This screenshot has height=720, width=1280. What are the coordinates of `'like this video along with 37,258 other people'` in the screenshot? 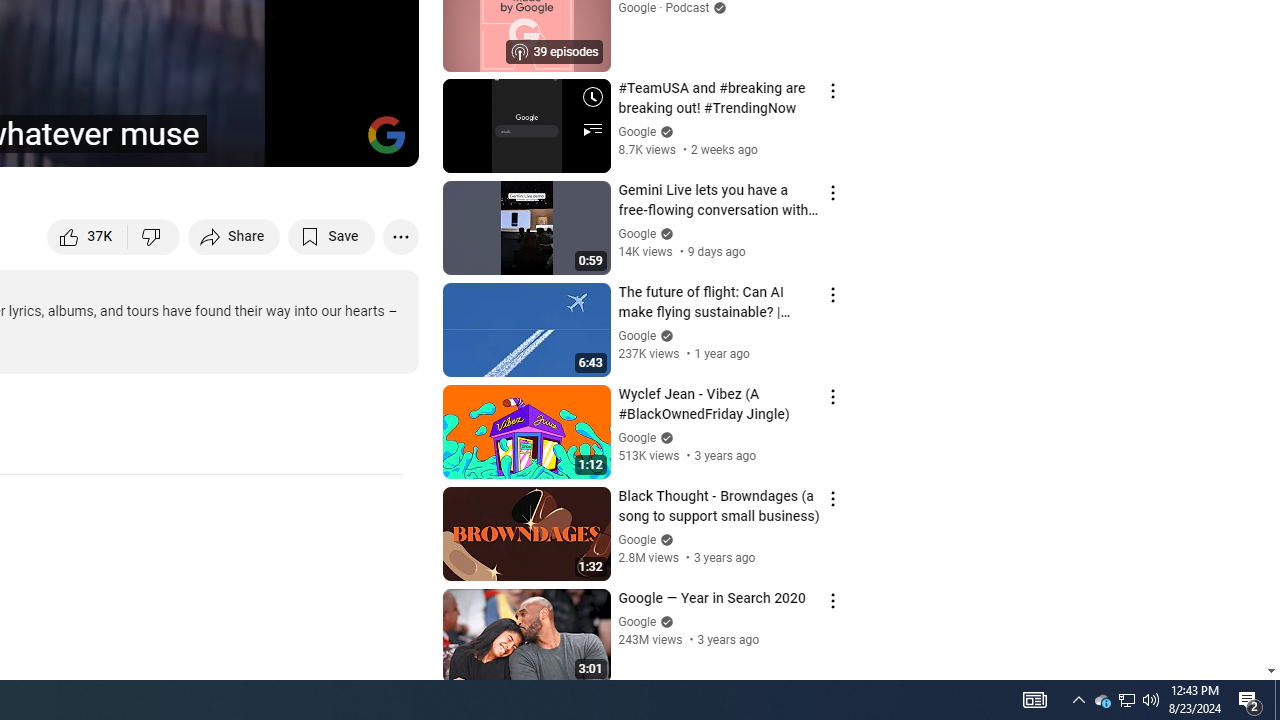 It's located at (87, 235).